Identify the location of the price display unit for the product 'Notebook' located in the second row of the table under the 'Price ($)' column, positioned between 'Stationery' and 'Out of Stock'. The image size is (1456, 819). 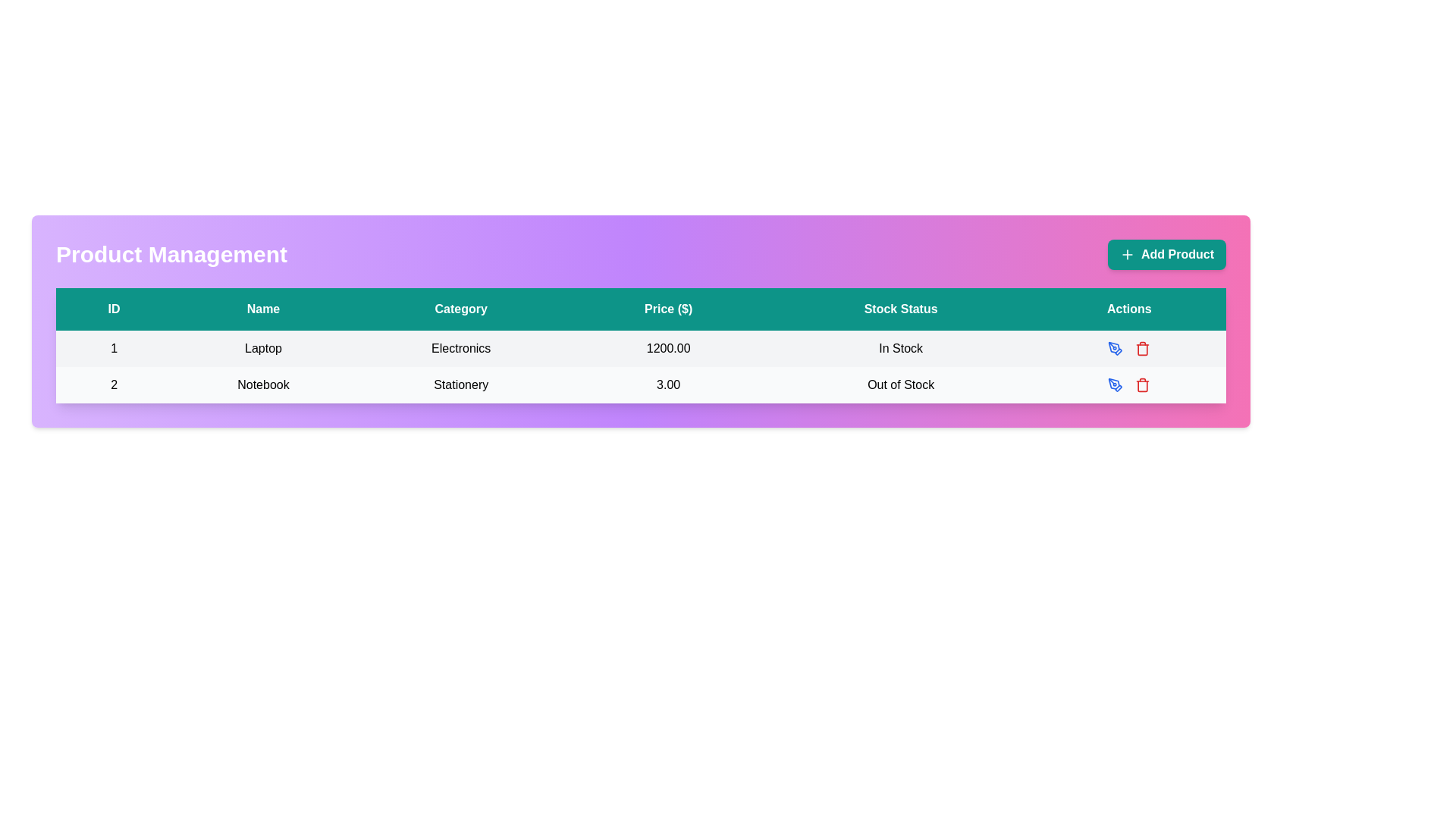
(667, 384).